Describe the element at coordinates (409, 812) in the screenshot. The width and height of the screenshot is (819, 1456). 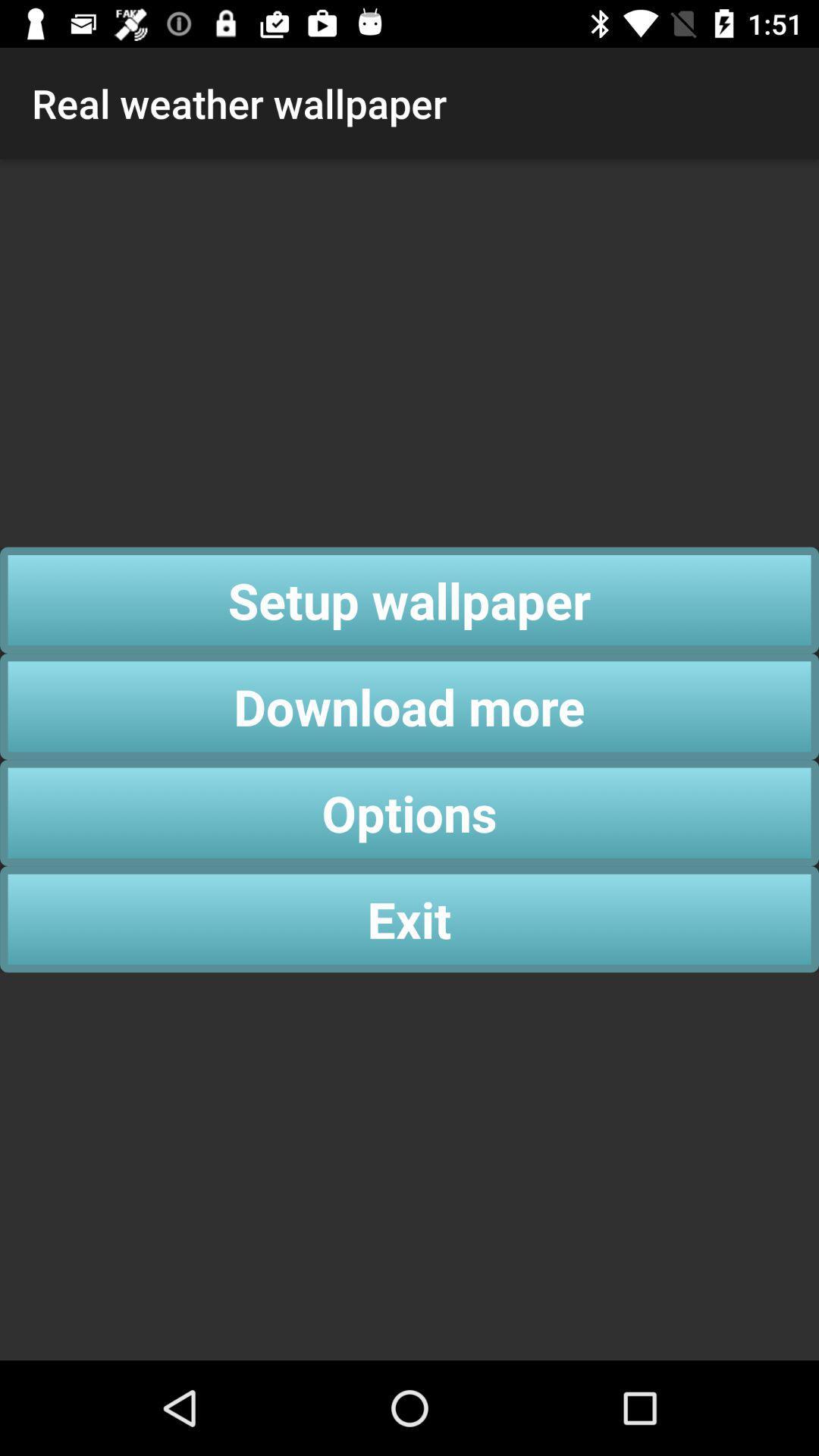
I see `icon below download more` at that location.